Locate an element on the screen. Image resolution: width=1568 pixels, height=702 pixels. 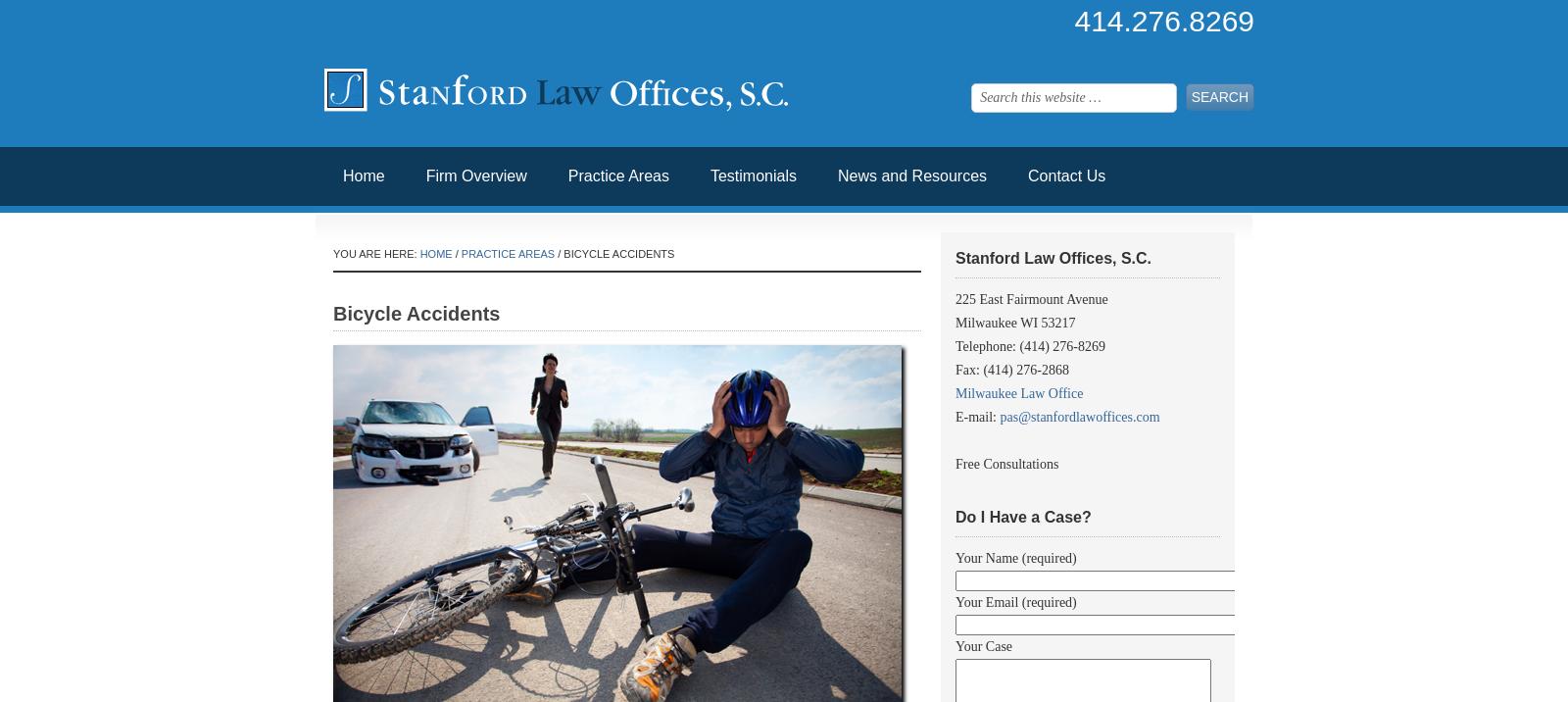
'414.276.8269' is located at coordinates (1074, 21).